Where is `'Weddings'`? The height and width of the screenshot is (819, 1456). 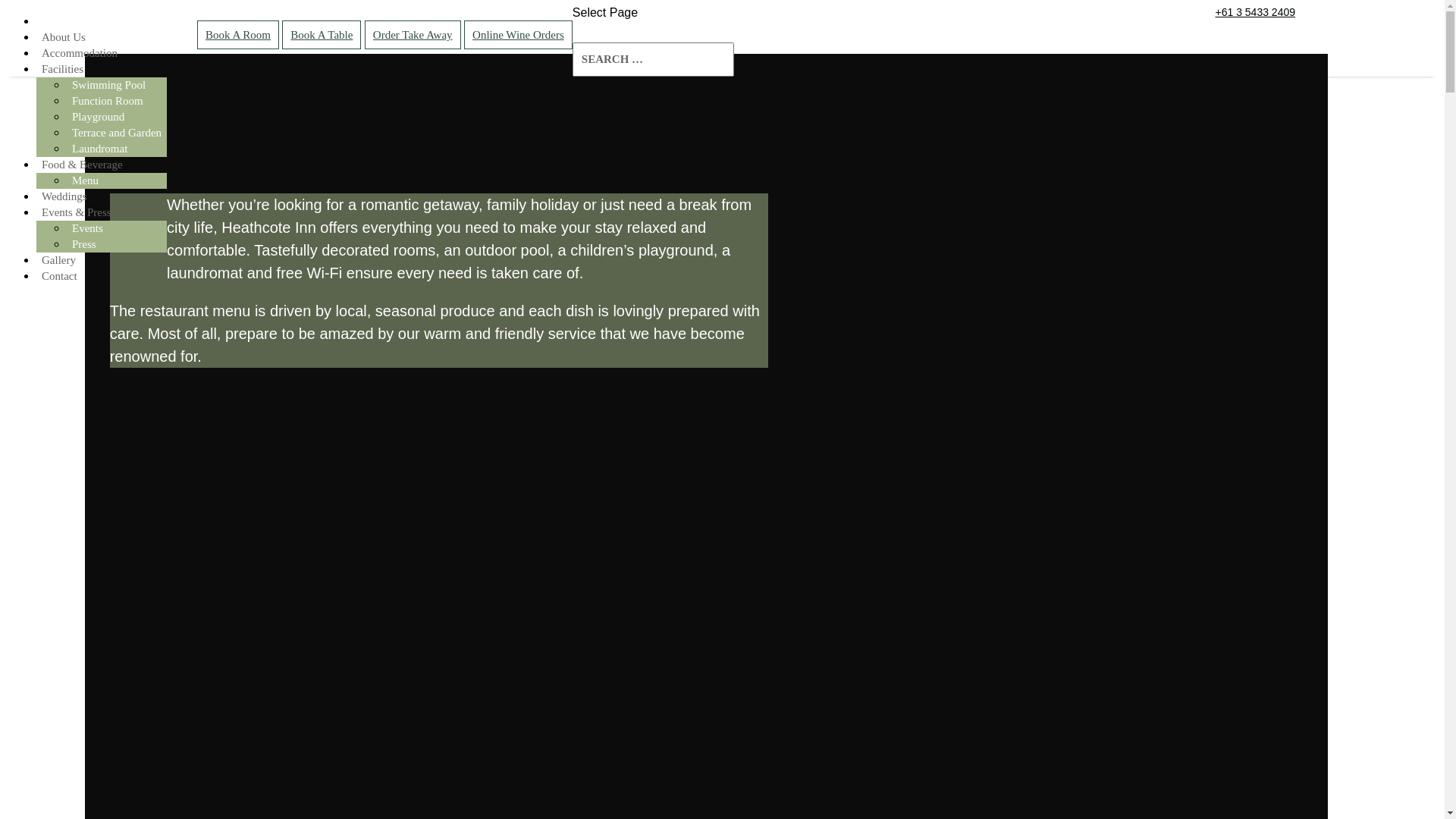 'Weddings' is located at coordinates (64, 195).